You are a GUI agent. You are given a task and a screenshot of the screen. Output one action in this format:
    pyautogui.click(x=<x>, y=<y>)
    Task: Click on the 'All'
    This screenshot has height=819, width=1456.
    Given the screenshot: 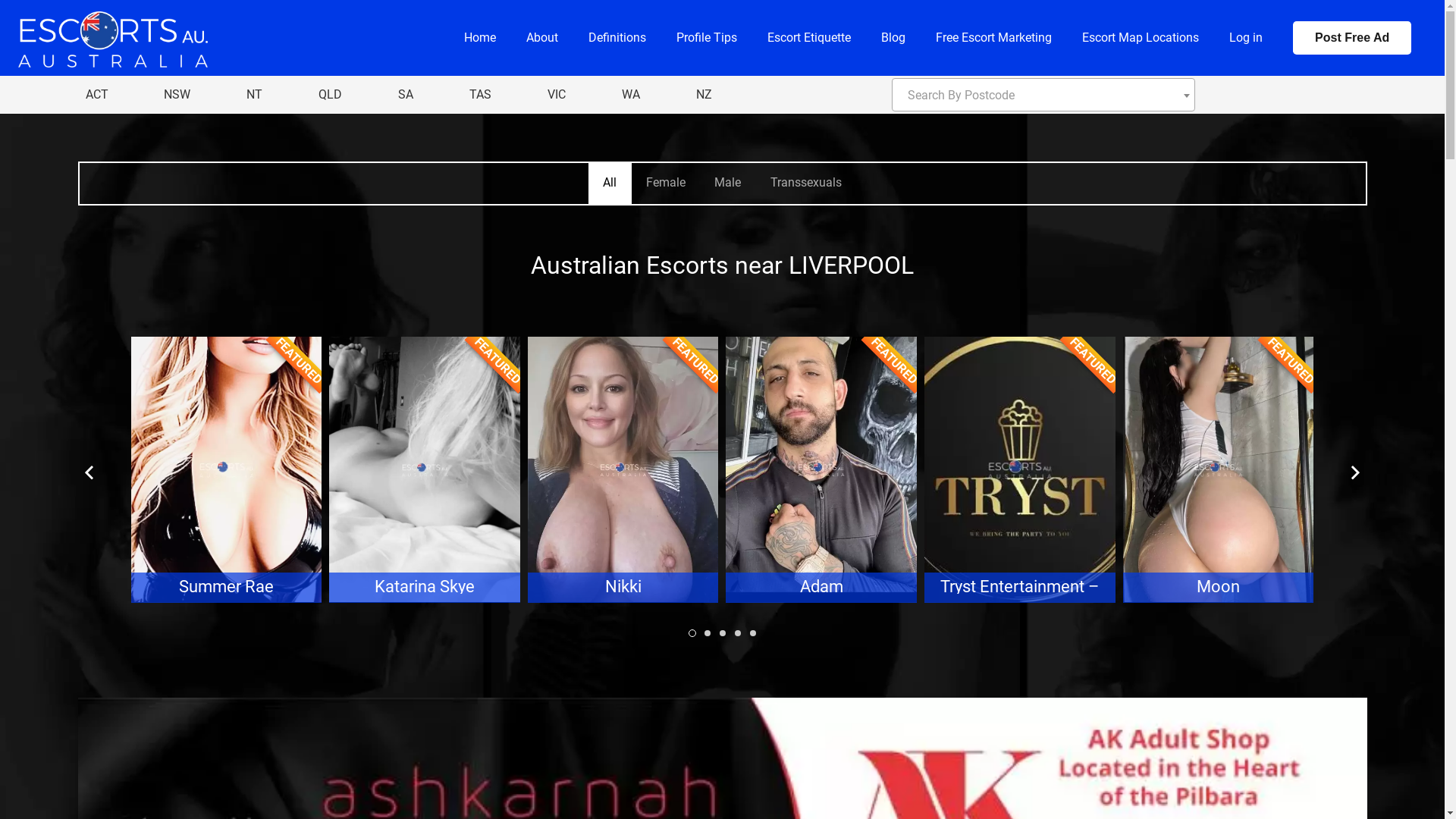 What is the action you would take?
    pyautogui.click(x=588, y=183)
    